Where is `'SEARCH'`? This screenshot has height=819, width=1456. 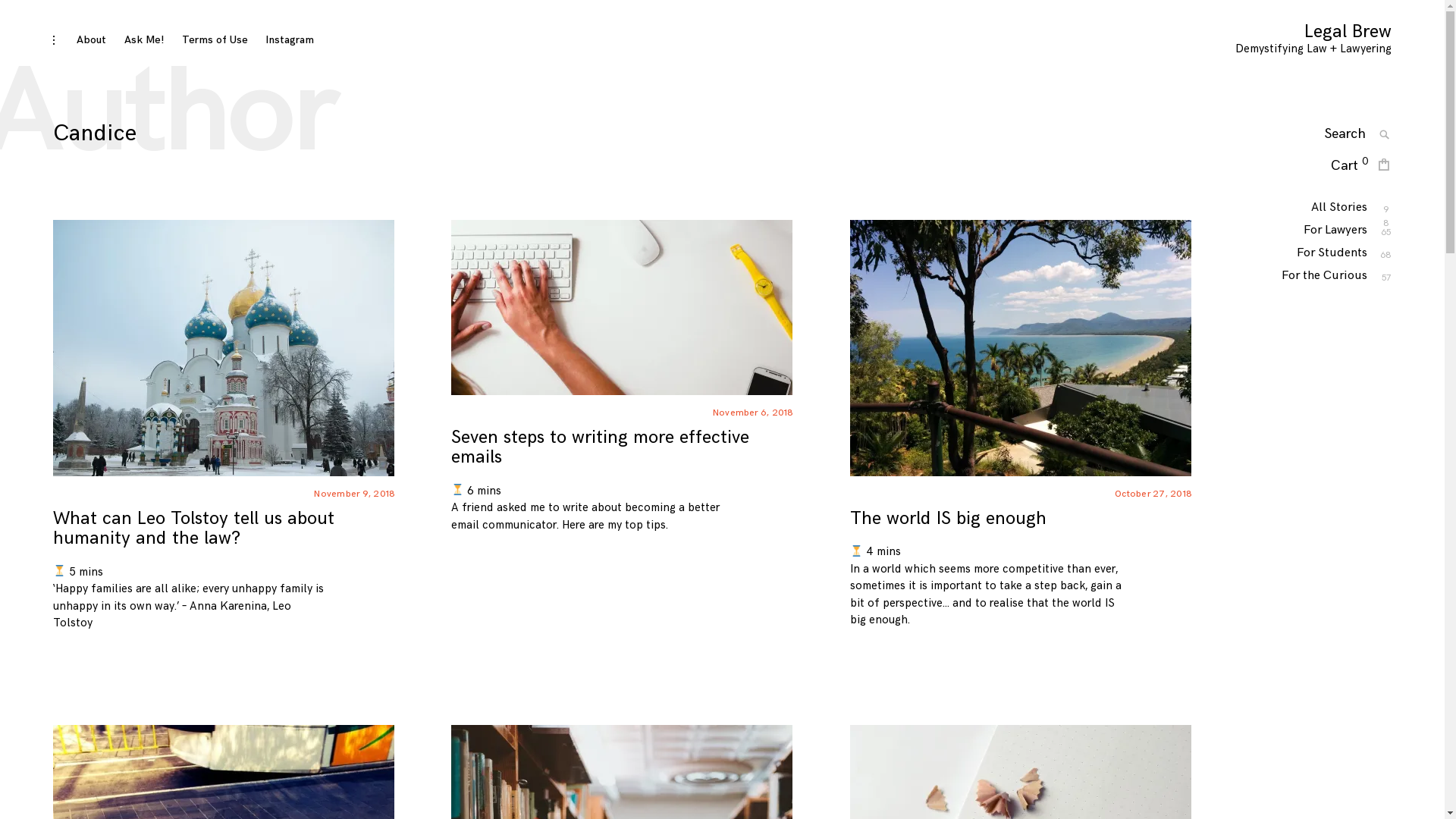
'SEARCH' is located at coordinates (1384, 134).